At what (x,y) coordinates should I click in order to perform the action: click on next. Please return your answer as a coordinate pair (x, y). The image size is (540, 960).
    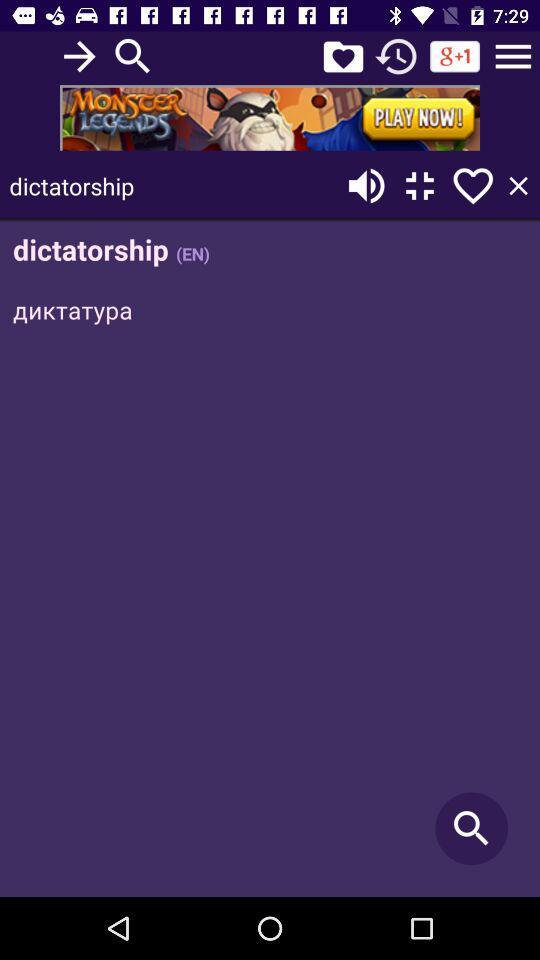
    Looking at the image, I should click on (78, 55).